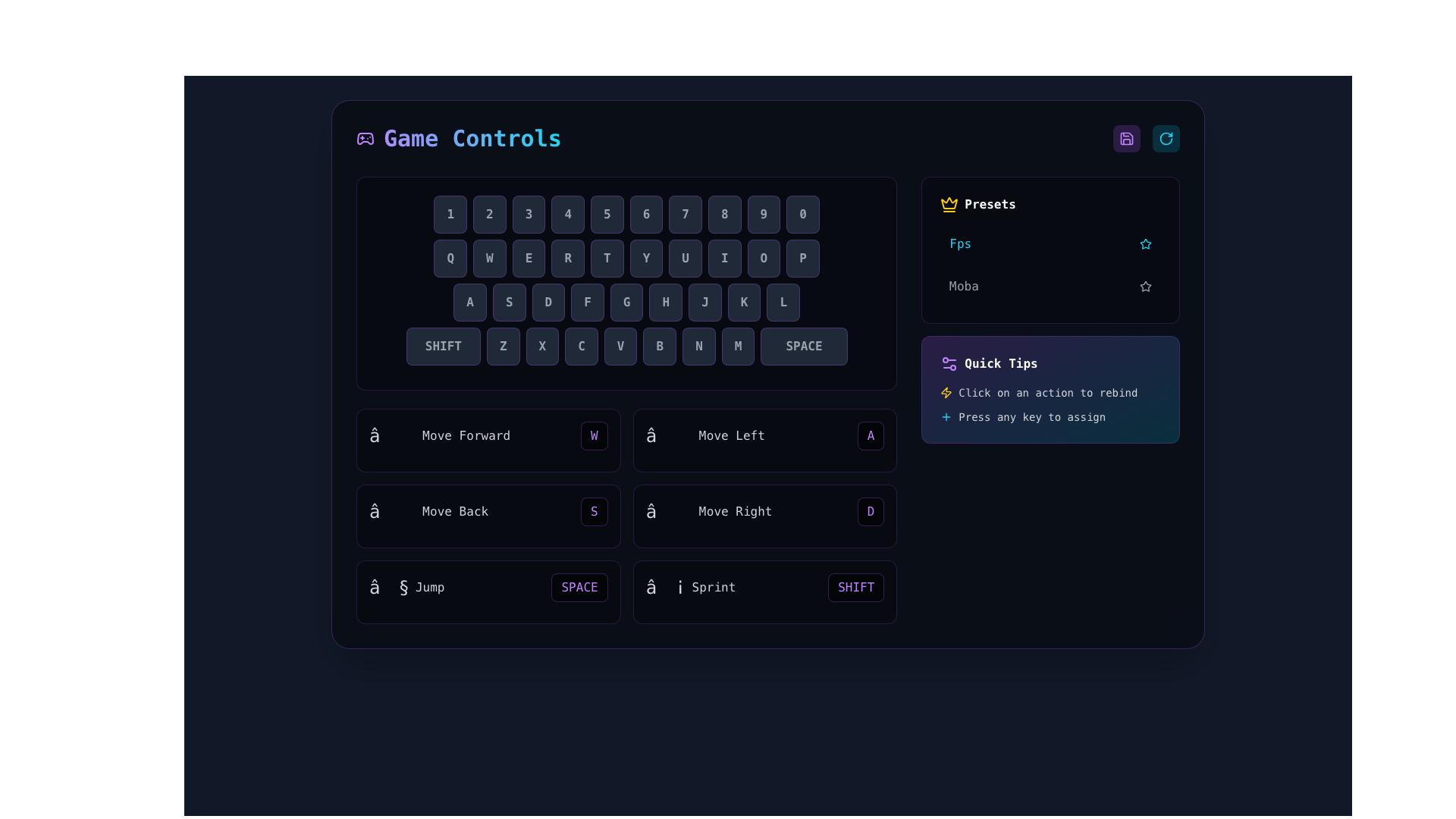  I want to click on the virtual keyboard button representing the 'F' key, located centrally in the keyboard layout between the buttons 'D' and 'G', so click(587, 302).